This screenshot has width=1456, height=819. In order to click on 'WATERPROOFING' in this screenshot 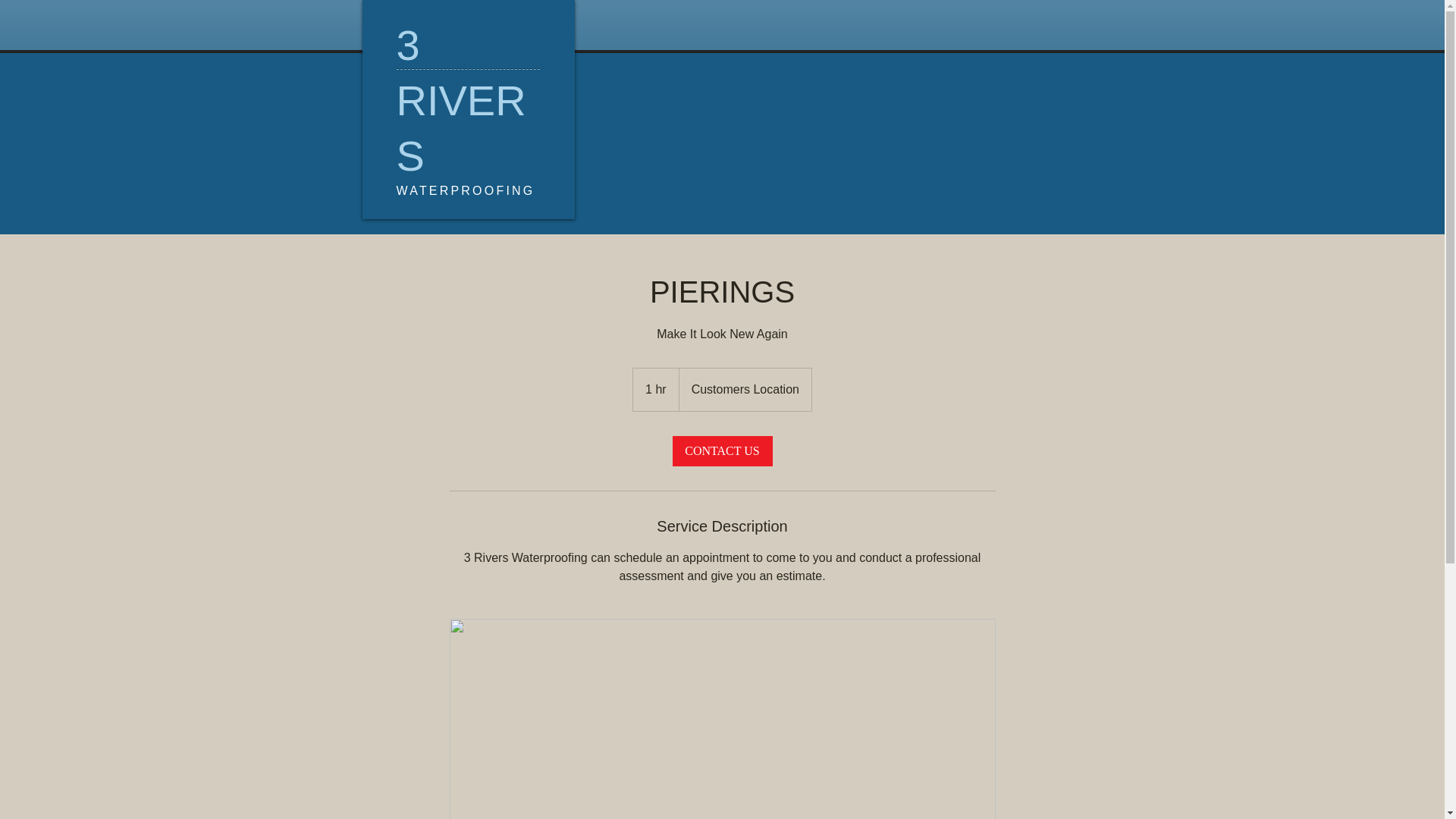, I will do `click(464, 190)`.